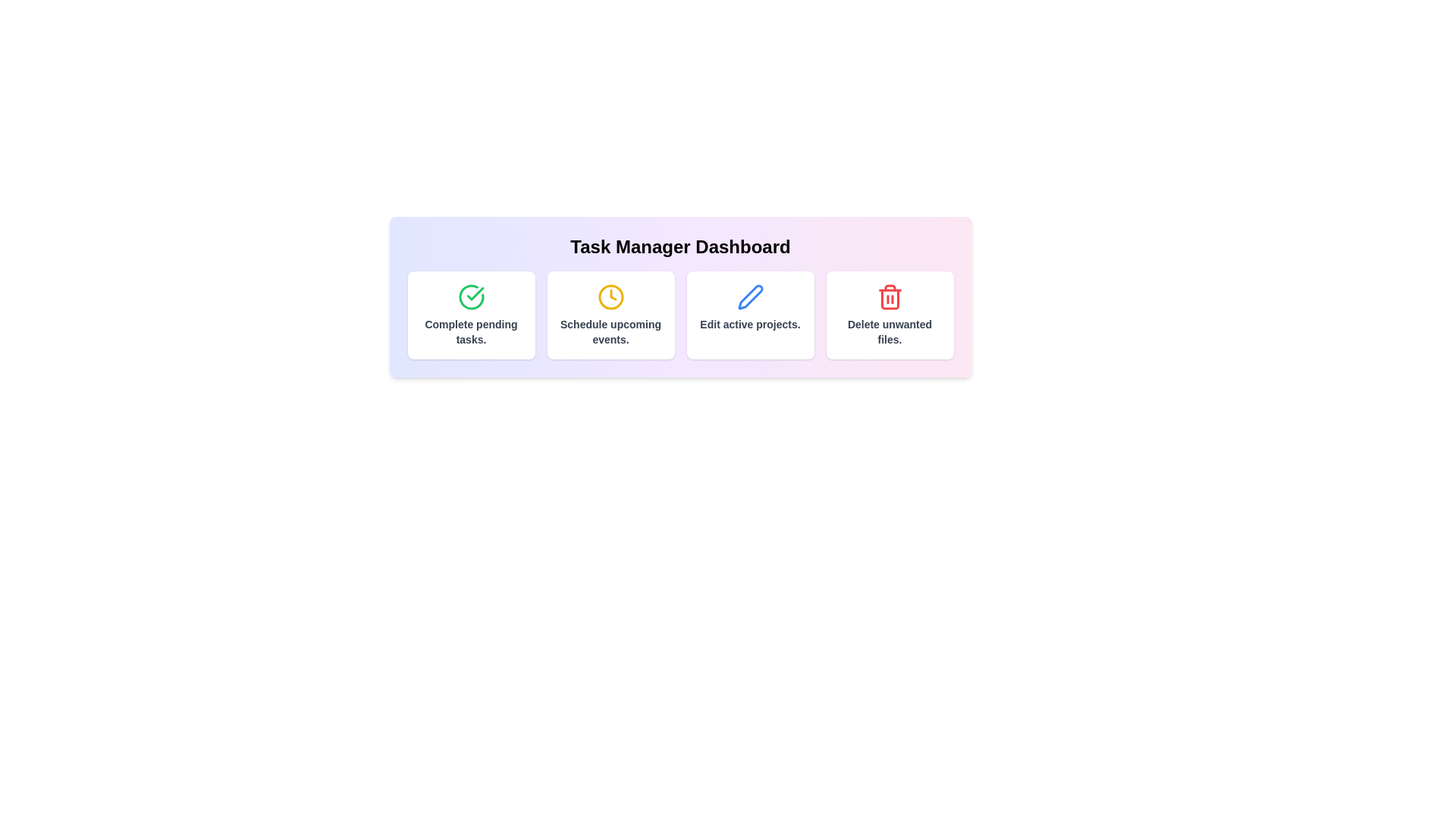 The width and height of the screenshot is (1456, 819). Describe the element at coordinates (750, 297) in the screenshot. I see `the decorative pen-shaped icon with a blue border, which symbolizes editing tasks, located in the third column of the Task Manager Dashboard interface` at that location.